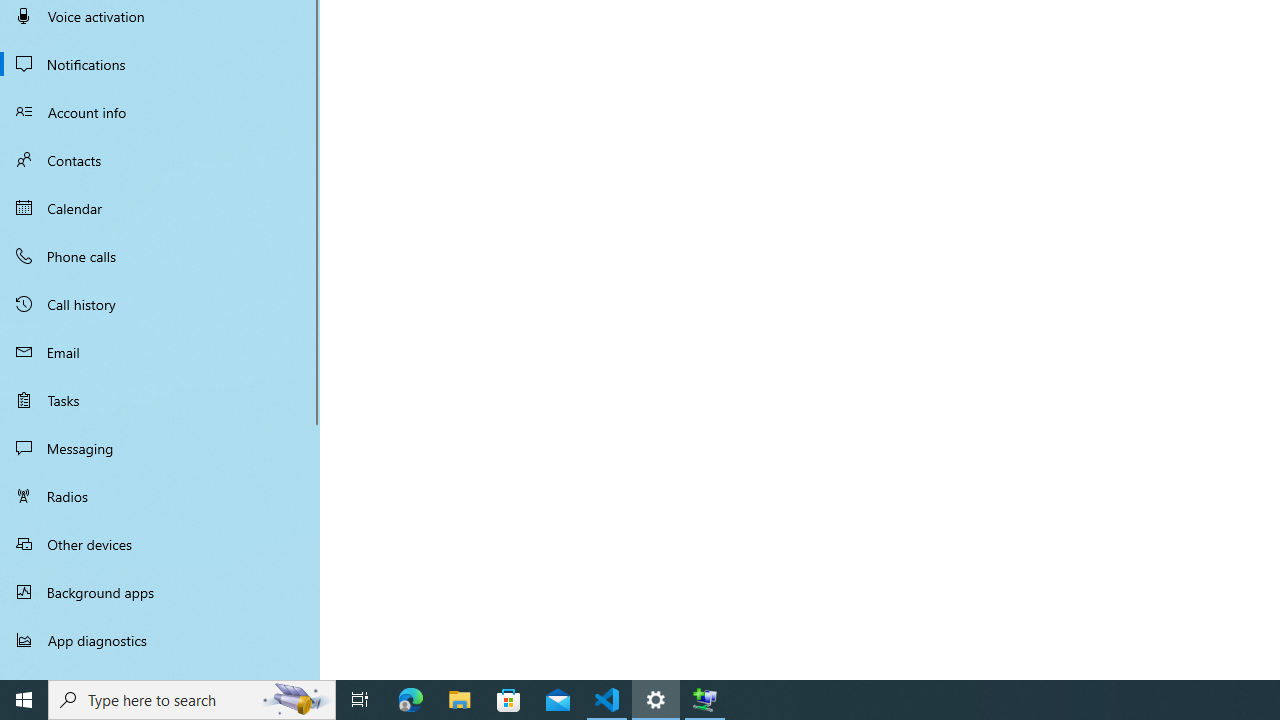 This screenshot has width=1280, height=720. Describe the element at coordinates (160, 304) in the screenshot. I see `'Call history'` at that location.